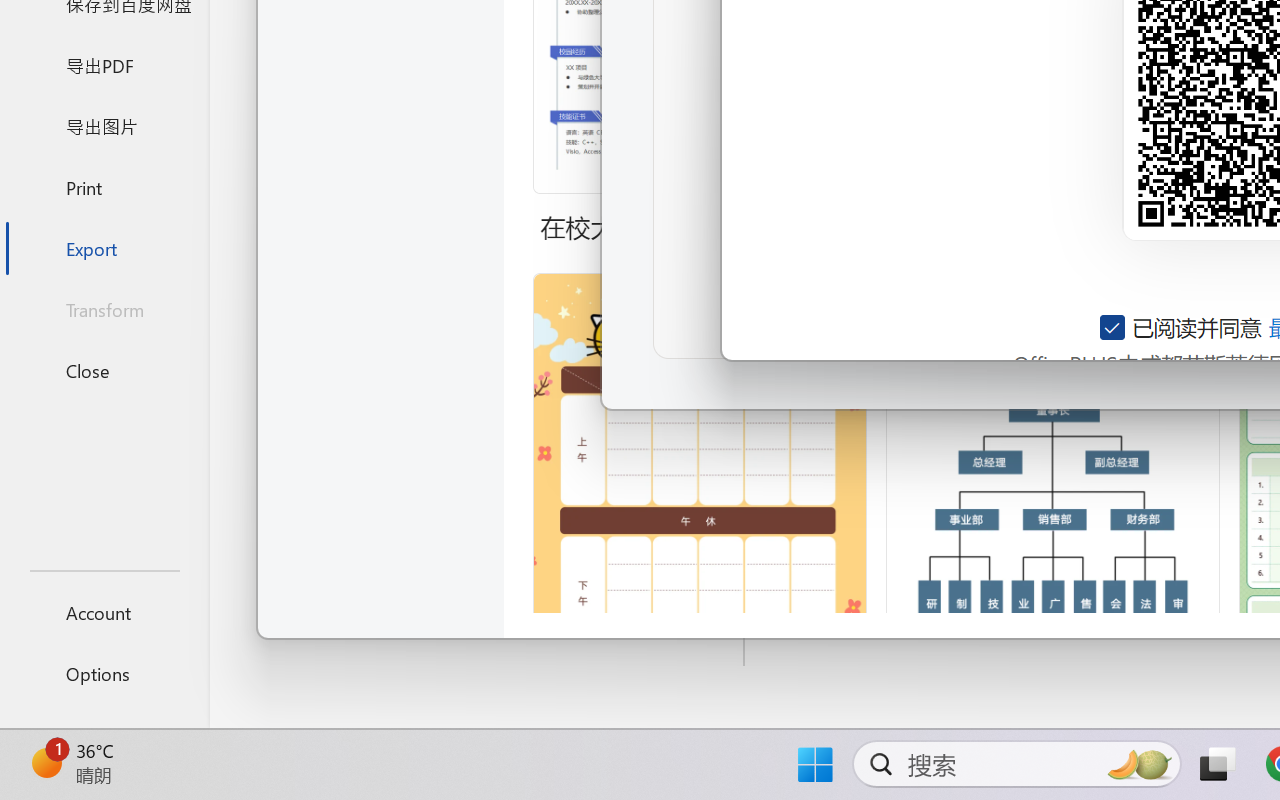  What do you see at coordinates (103, 247) in the screenshot?
I see `'Export'` at bounding box center [103, 247].